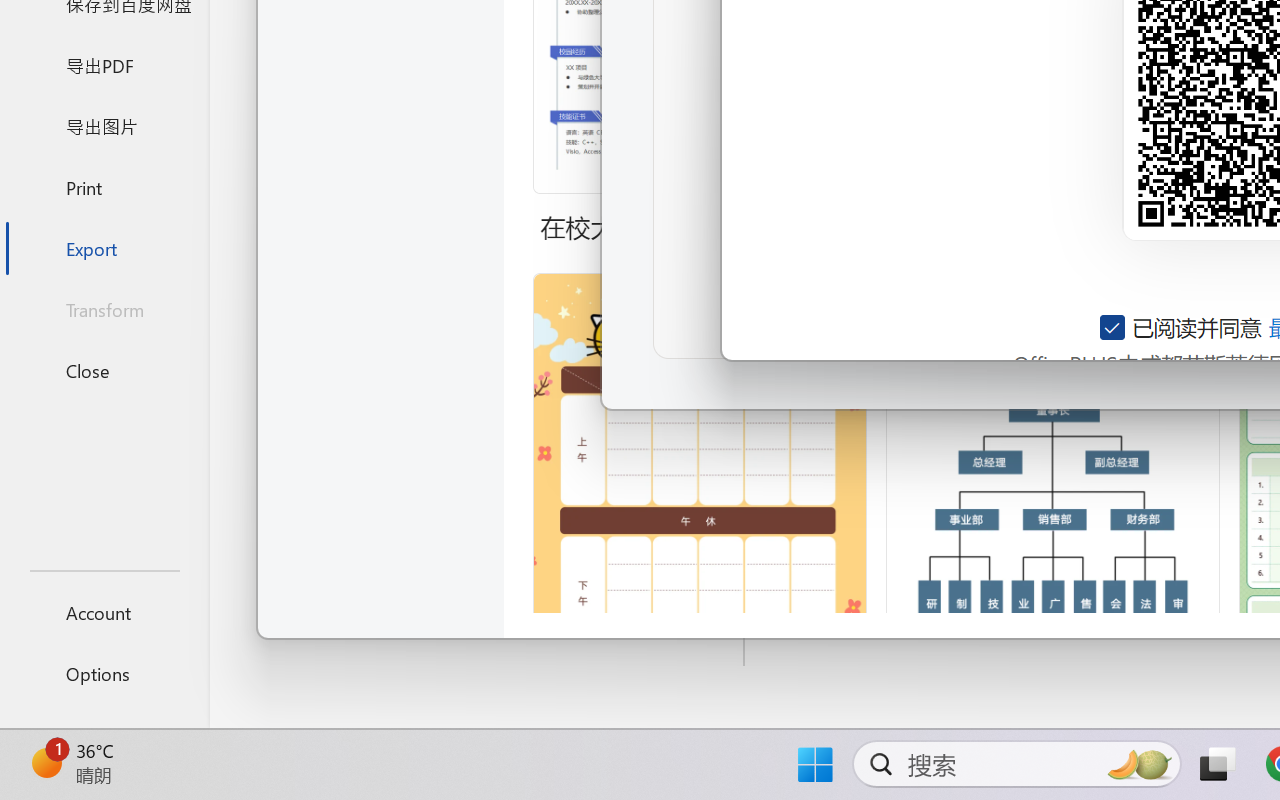  What do you see at coordinates (103, 247) in the screenshot?
I see `'Export'` at bounding box center [103, 247].